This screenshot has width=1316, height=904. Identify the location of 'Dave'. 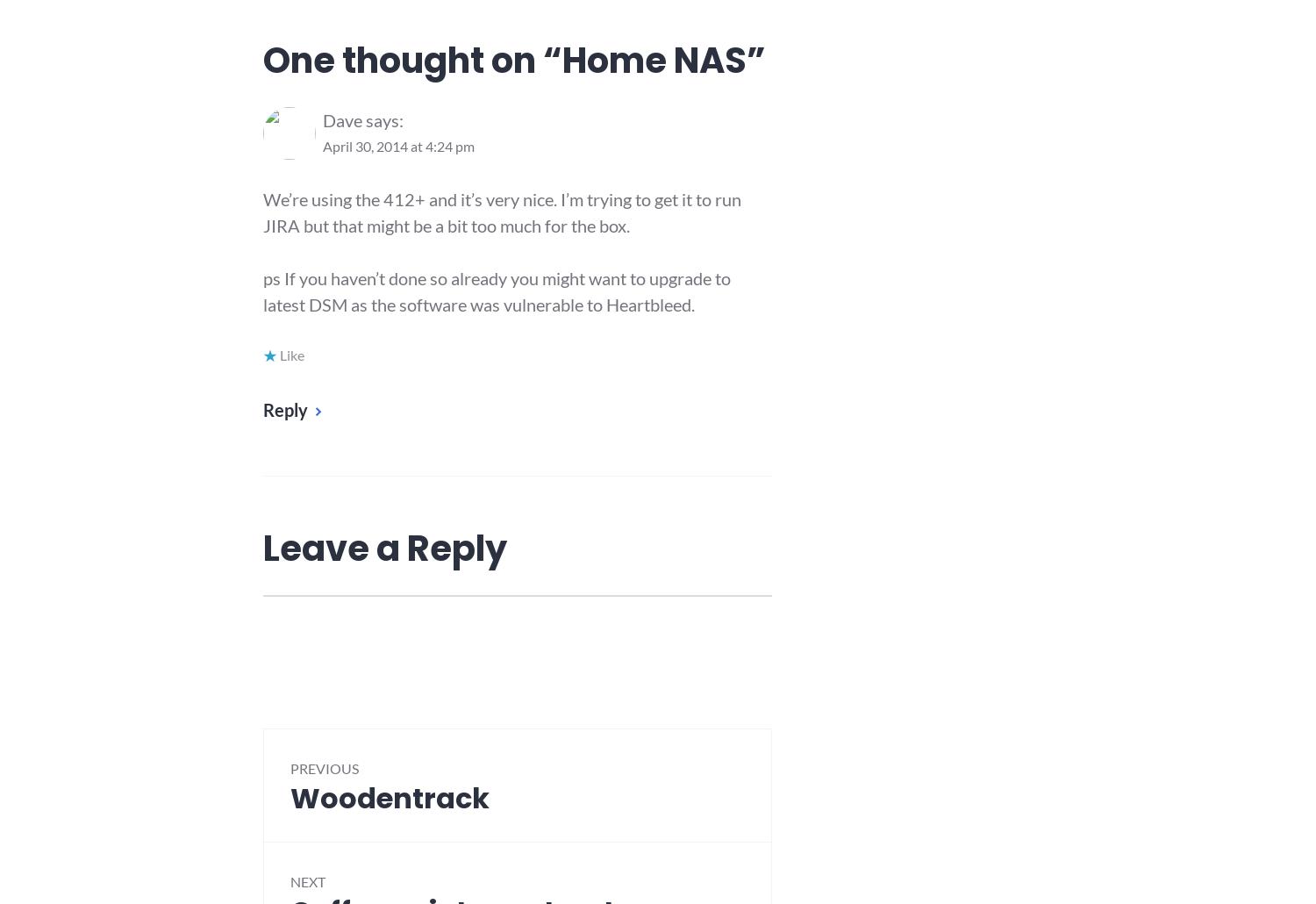
(341, 118).